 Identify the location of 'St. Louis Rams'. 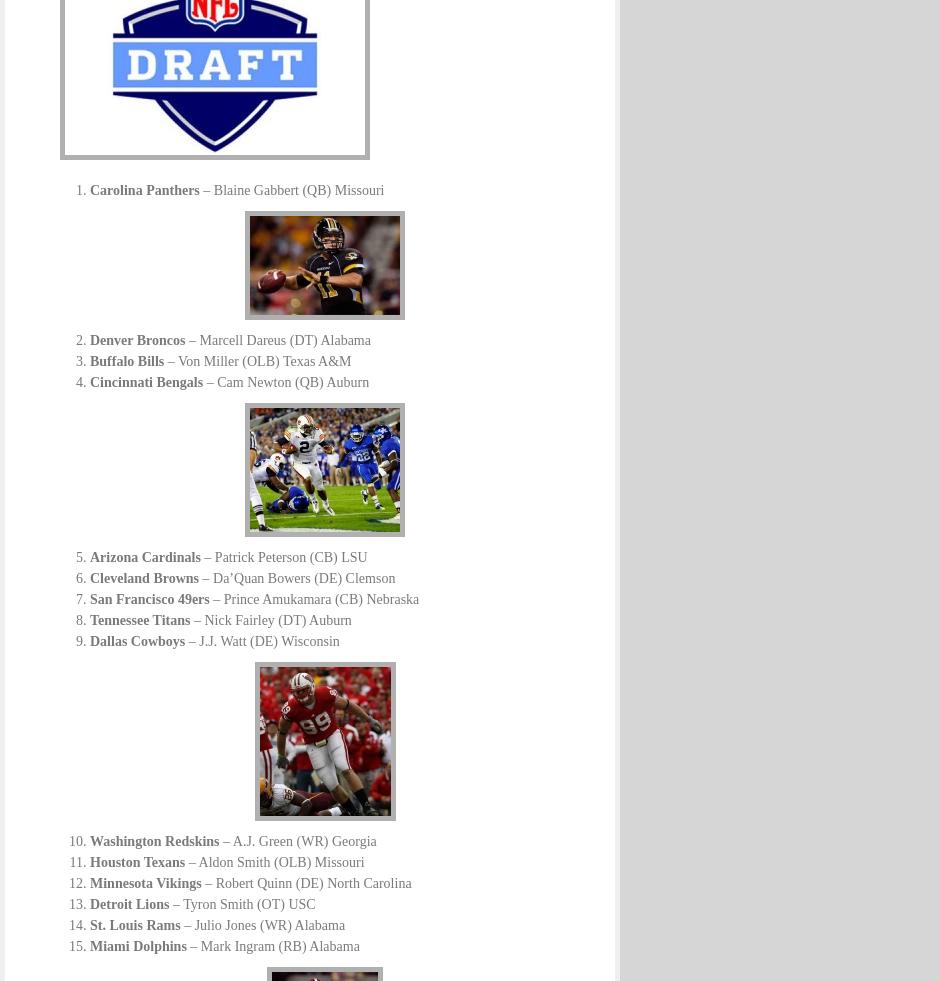
(135, 925).